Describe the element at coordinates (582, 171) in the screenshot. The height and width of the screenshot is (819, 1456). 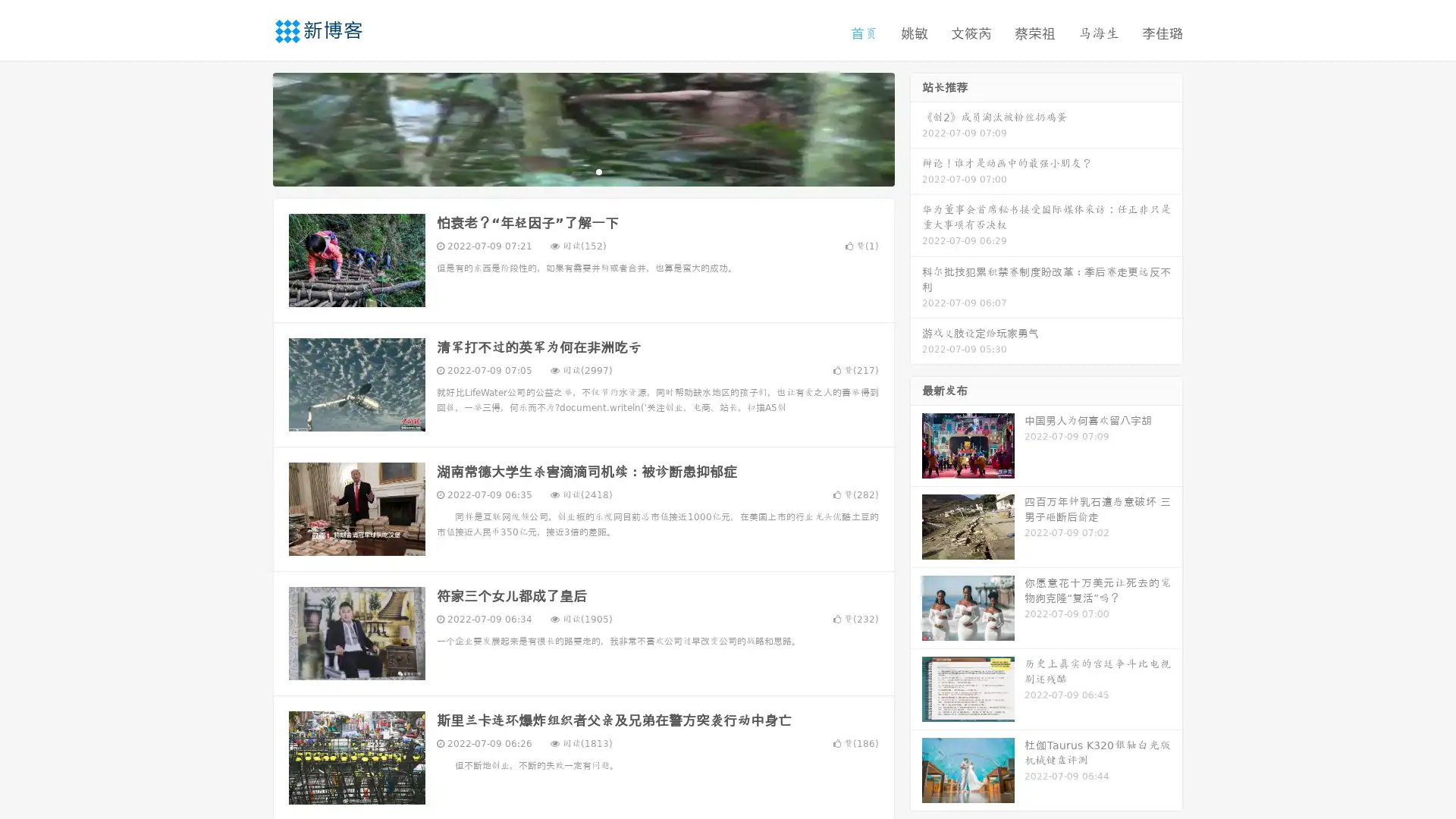
I see `Go to slide 2` at that location.